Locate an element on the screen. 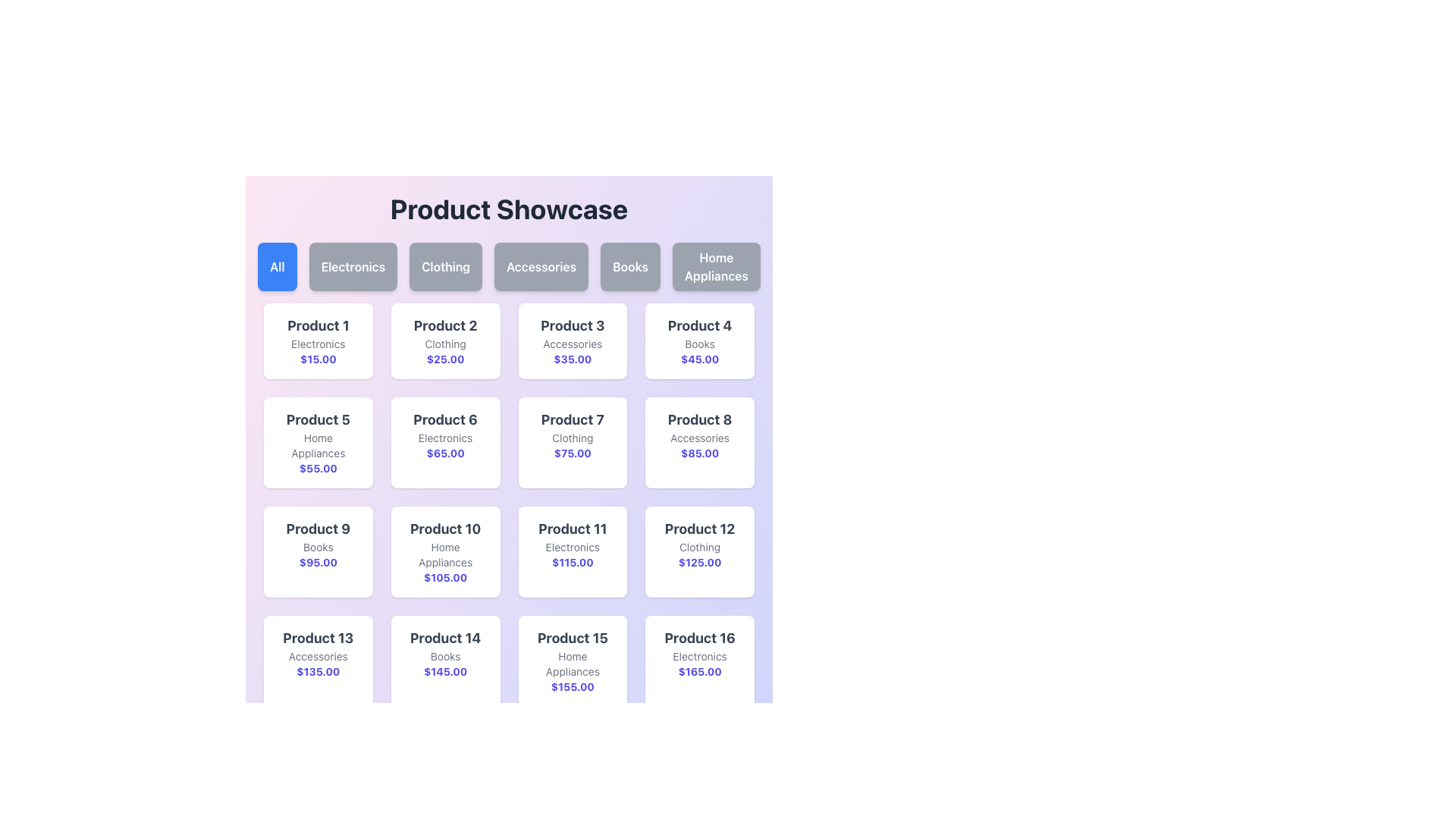 This screenshot has height=819, width=1456. category label text located beneath the 'Product 6' text and above the price tag '$65.00' within the product card is located at coordinates (444, 438).